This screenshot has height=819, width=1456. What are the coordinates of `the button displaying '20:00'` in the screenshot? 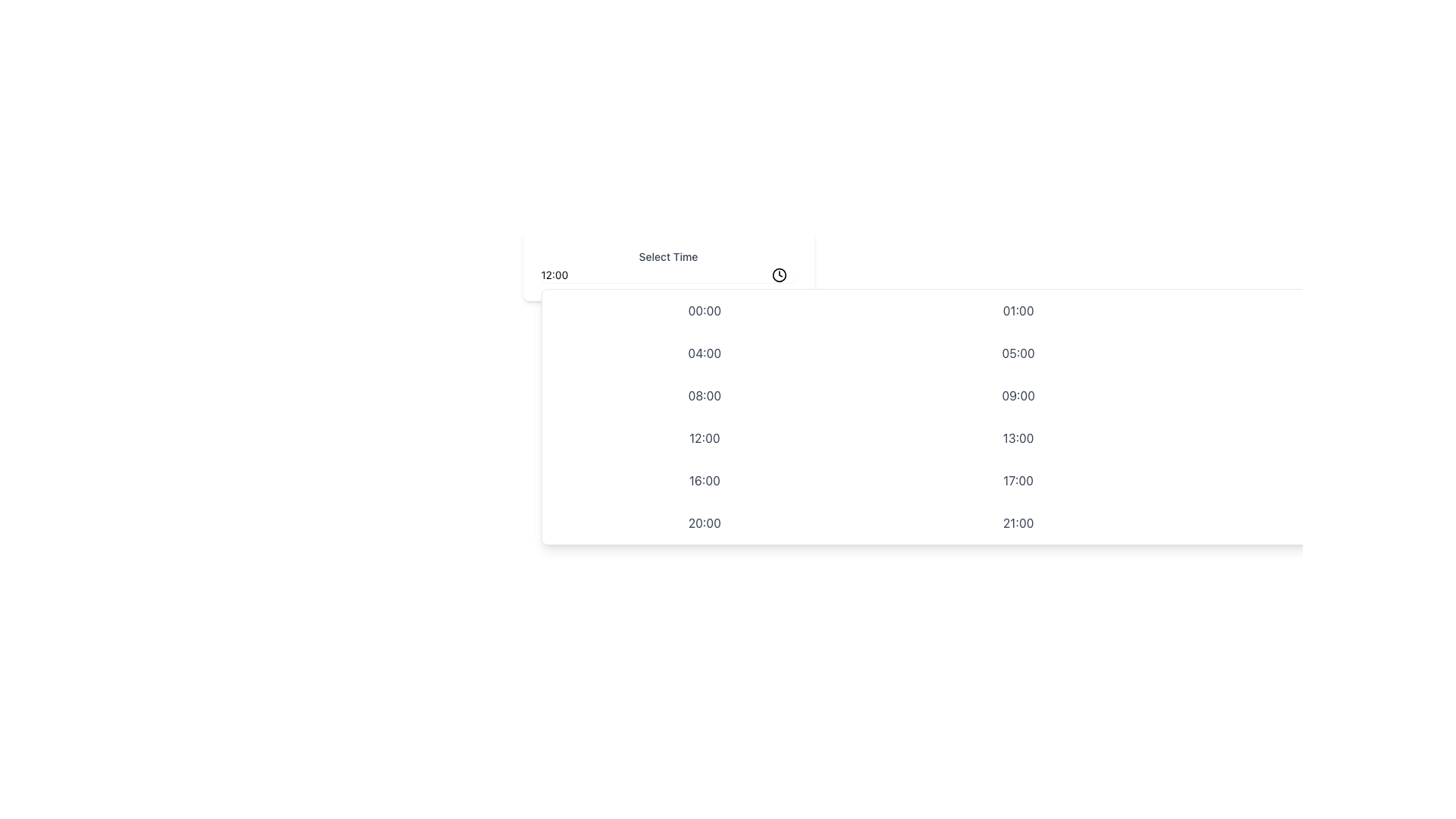 It's located at (704, 522).